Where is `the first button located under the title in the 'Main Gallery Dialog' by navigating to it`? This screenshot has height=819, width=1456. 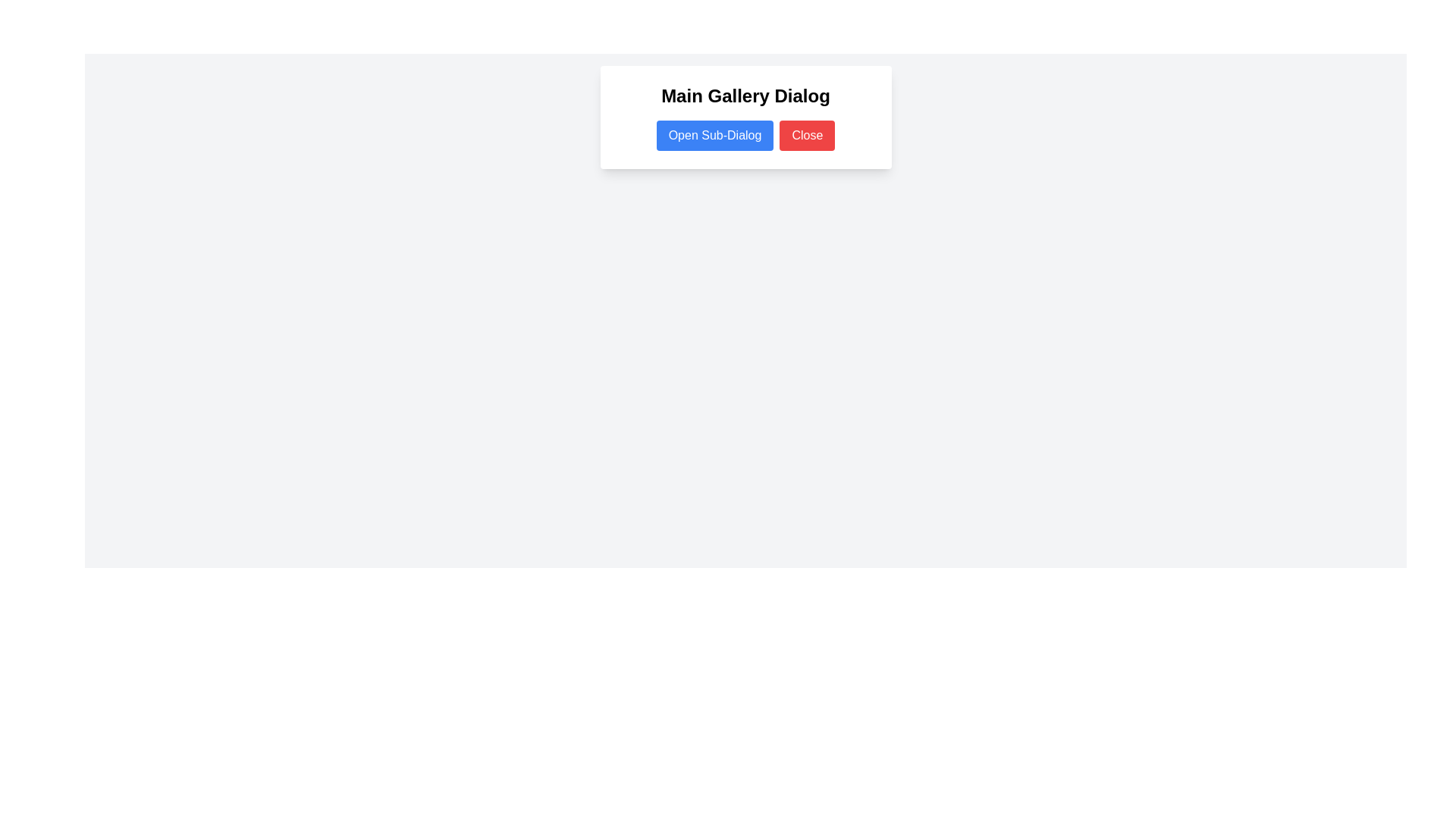
the first button located under the title in the 'Main Gallery Dialog' by navigating to it is located at coordinates (714, 134).